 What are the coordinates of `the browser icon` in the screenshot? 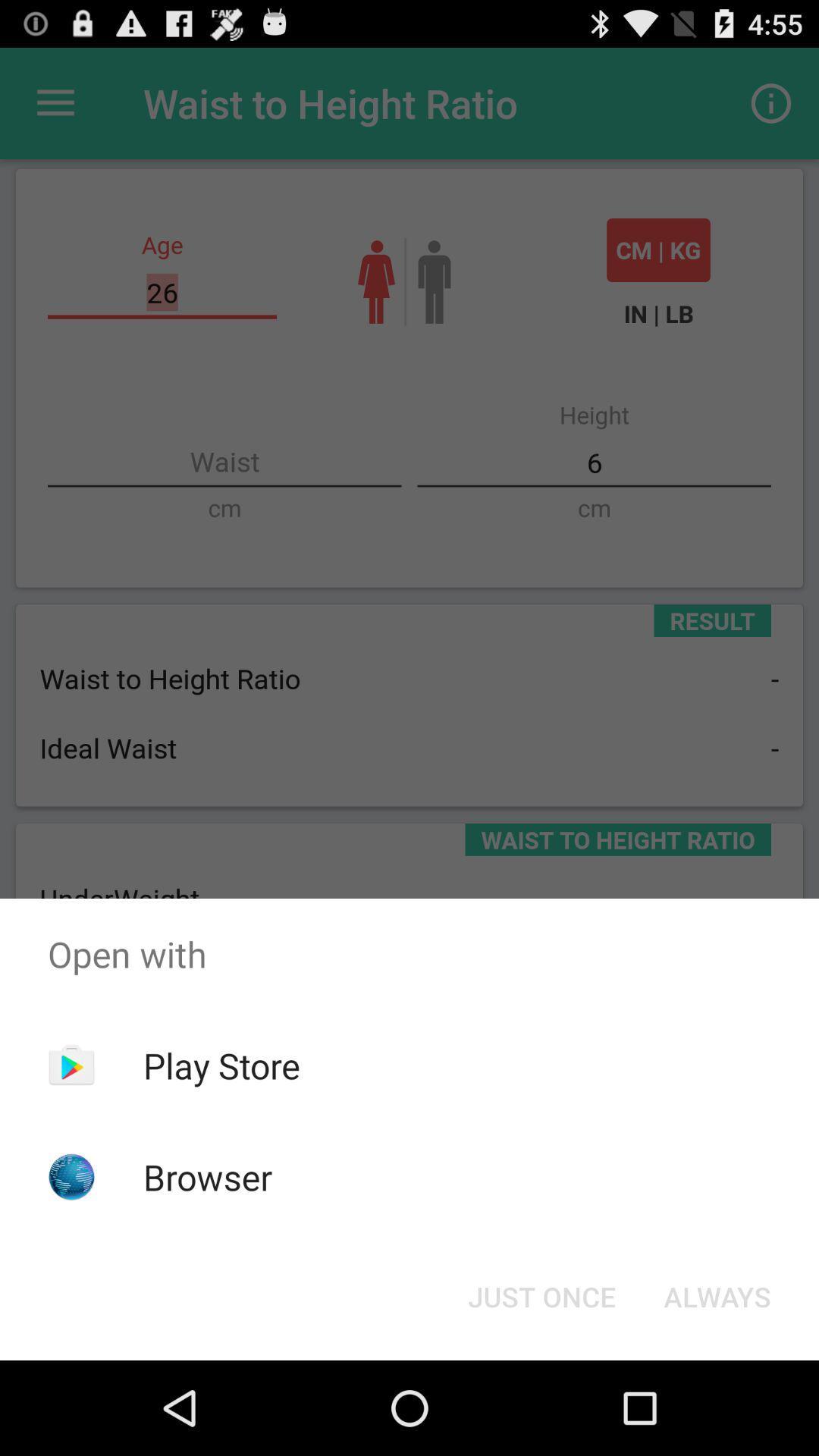 It's located at (208, 1176).